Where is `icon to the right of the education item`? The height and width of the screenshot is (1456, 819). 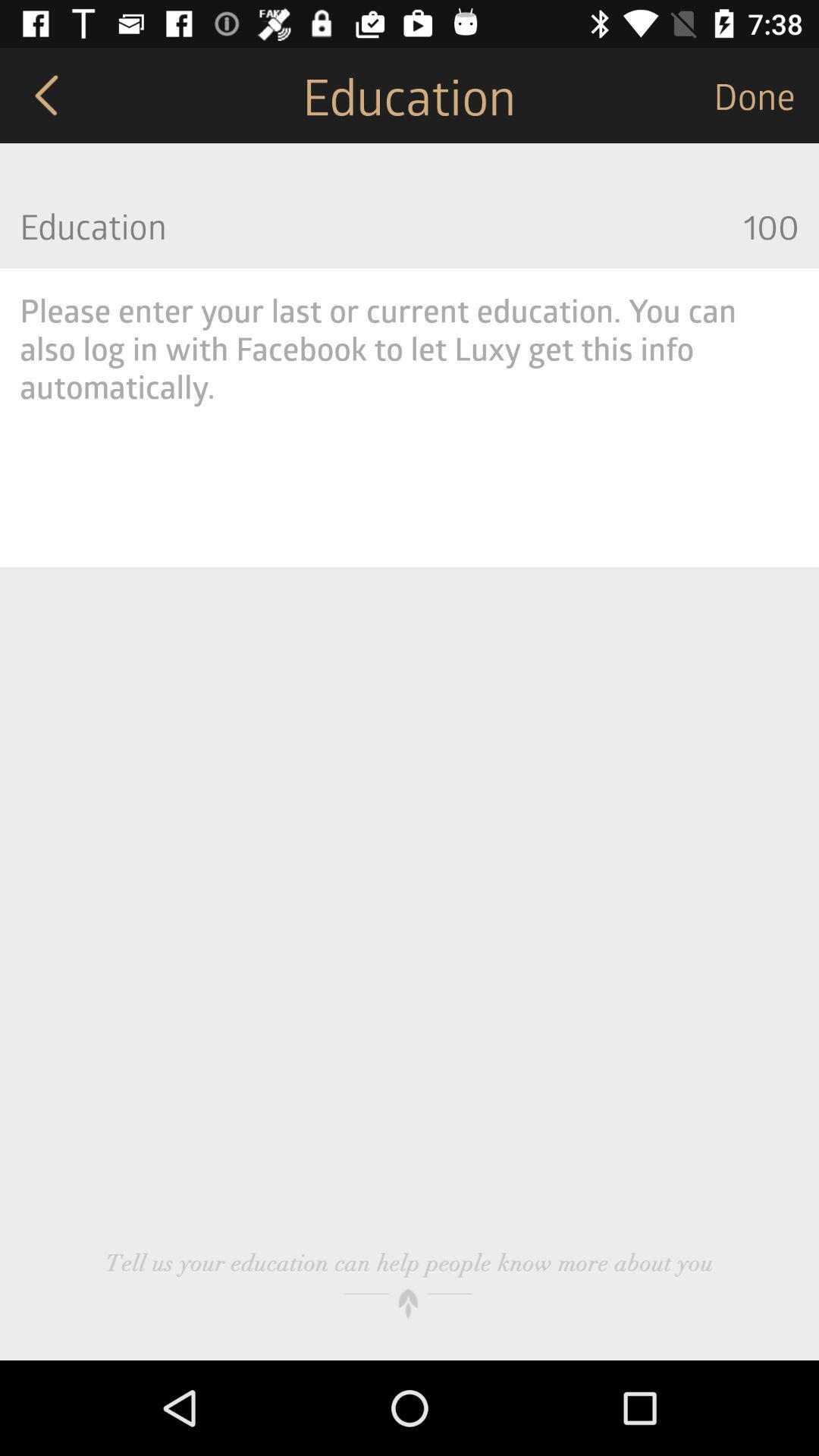 icon to the right of the education item is located at coordinates (766, 94).